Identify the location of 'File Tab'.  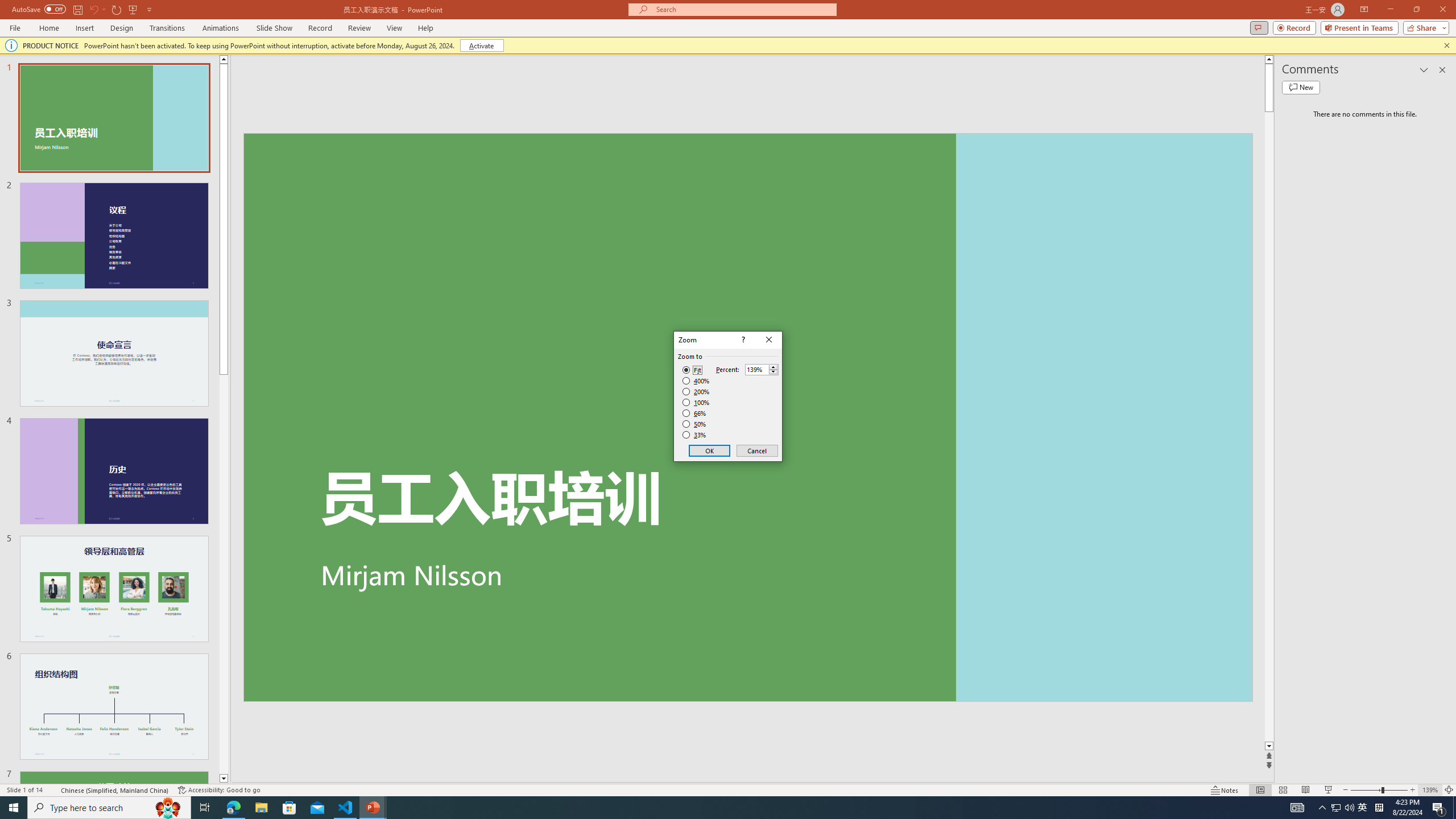
(14, 27).